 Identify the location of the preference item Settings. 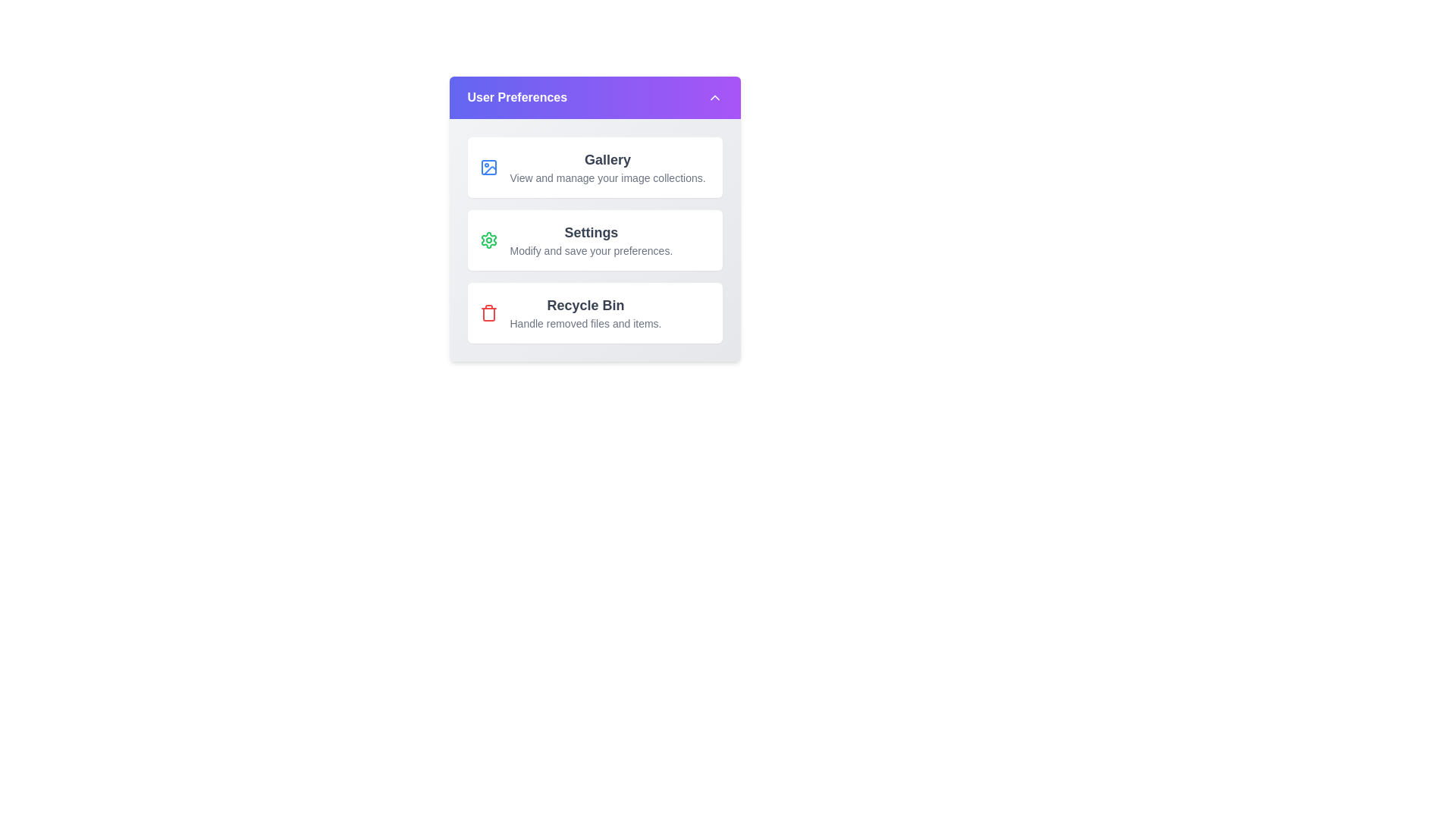
(594, 239).